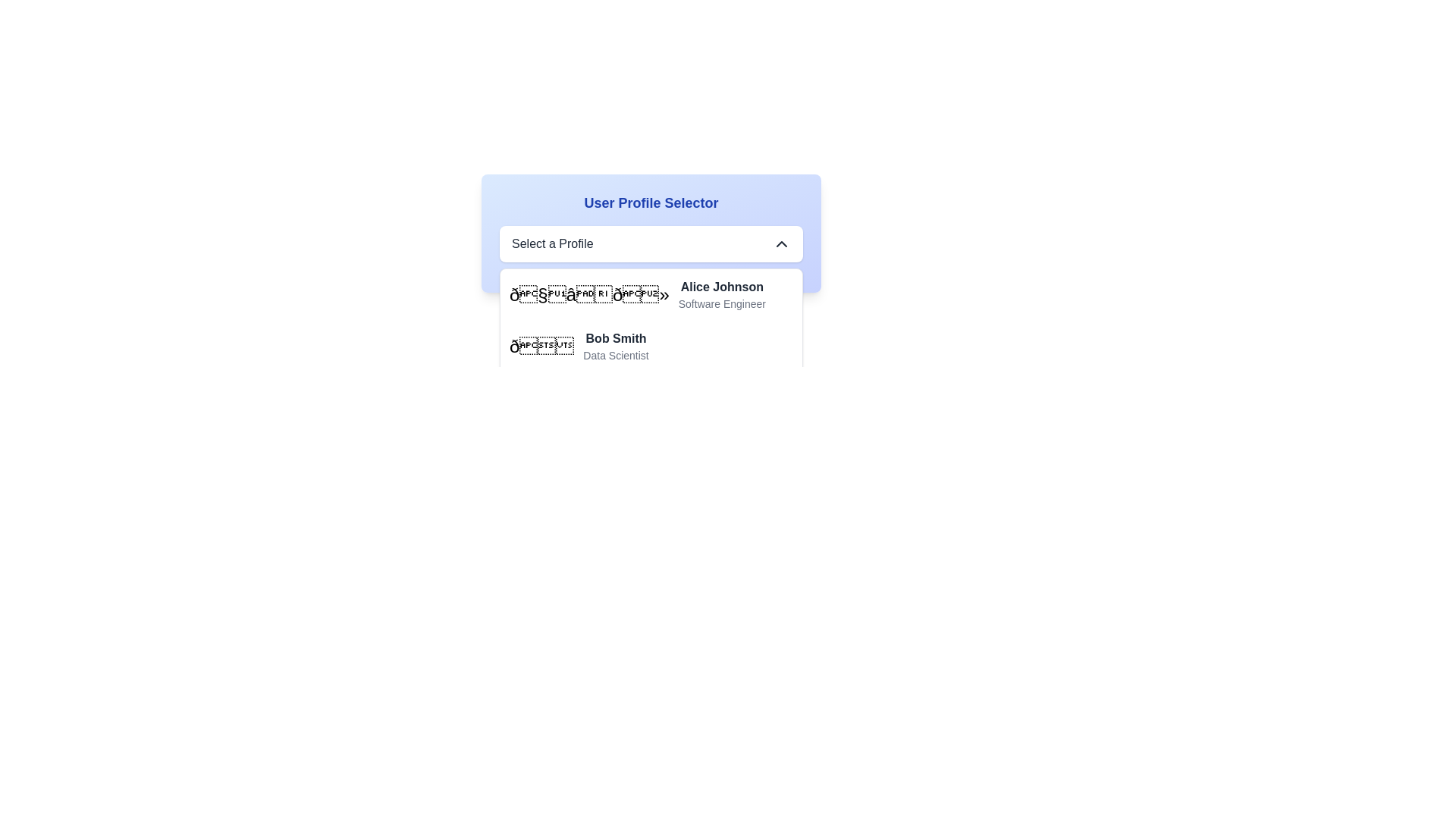  I want to click on the text label displaying the job title or role associated with Bob Smith's profile, located beneath the name in the user profile list, so click(616, 356).